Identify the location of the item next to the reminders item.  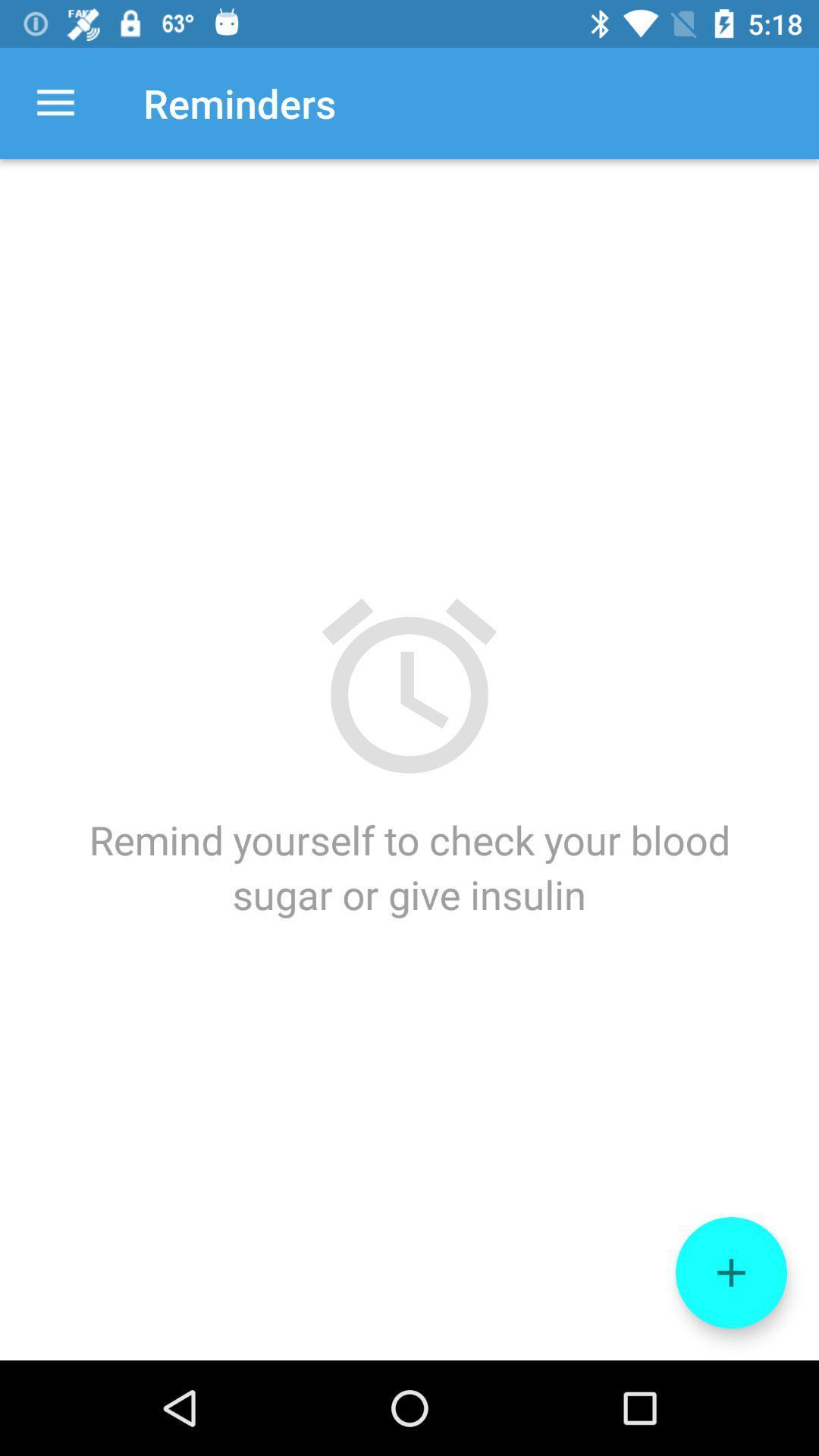
(55, 102).